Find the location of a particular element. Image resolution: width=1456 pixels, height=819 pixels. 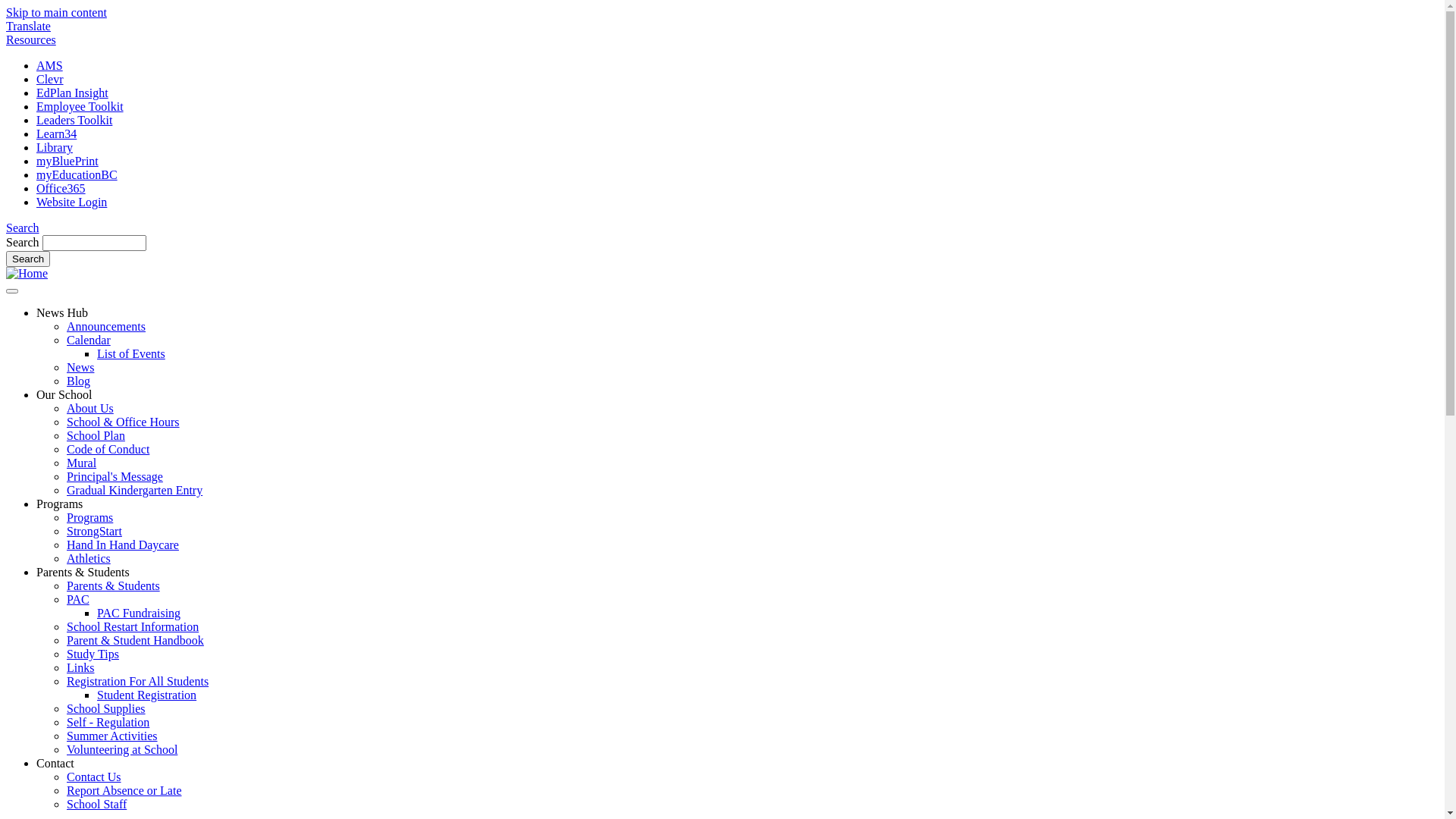

'Calendar' is located at coordinates (87, 339).